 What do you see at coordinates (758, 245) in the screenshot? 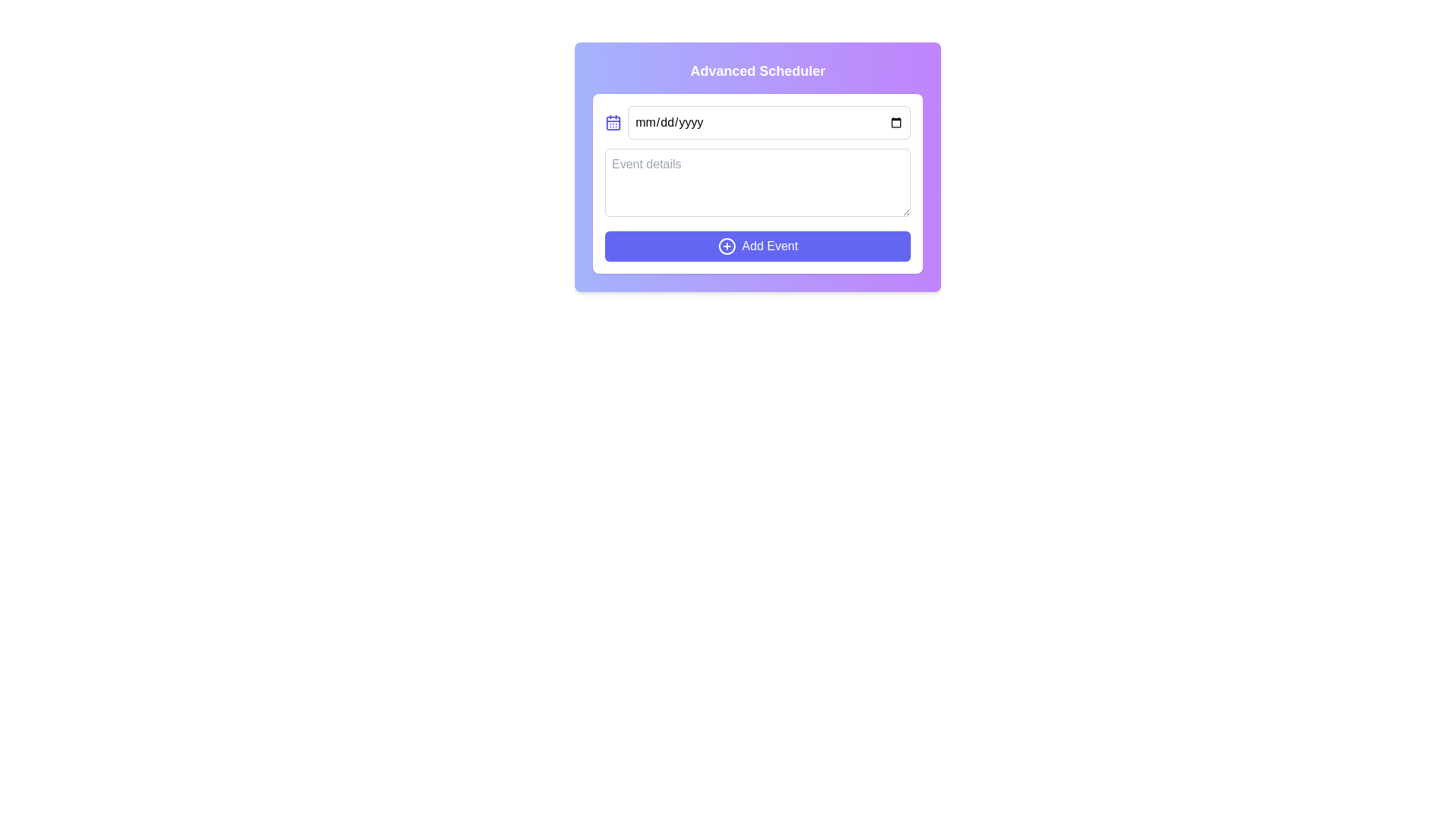
I see `the 'Add Event' button, which has a blue background, white text, and a plus sign icon, to observe any hover effects` at bounding box center [758, 245].